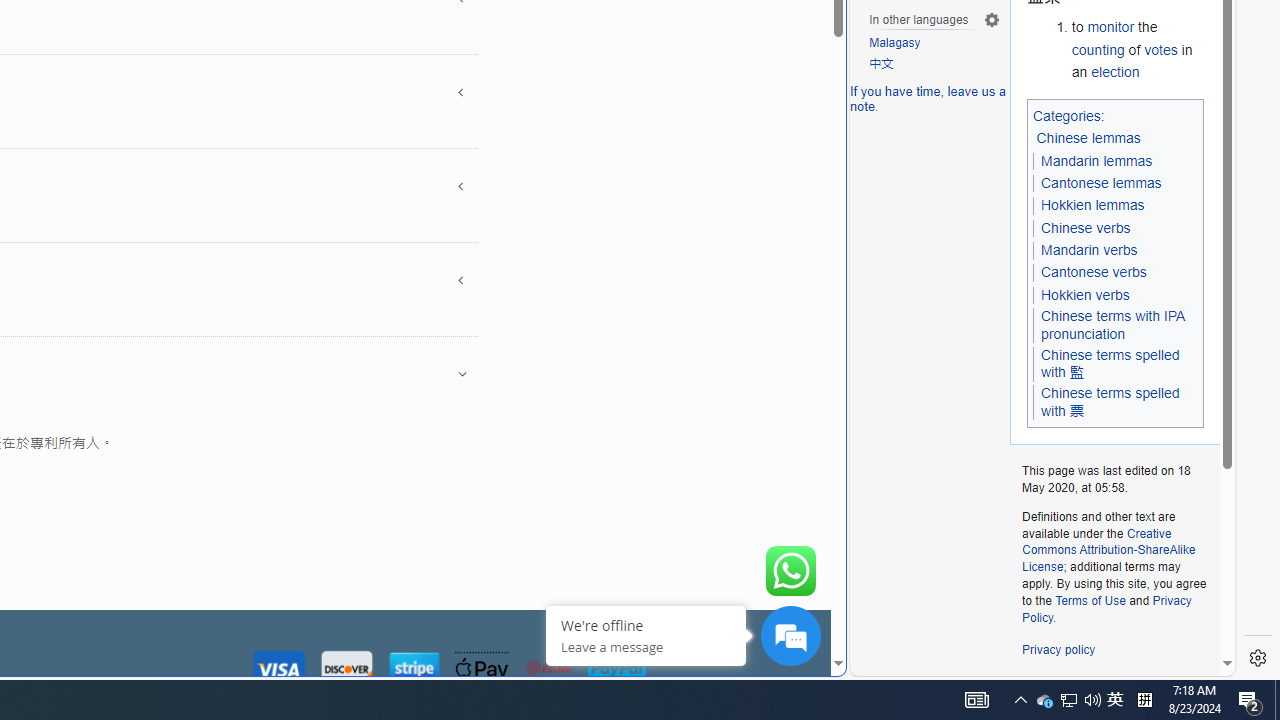  I want to click on 'monitor', so click(1110, 27).